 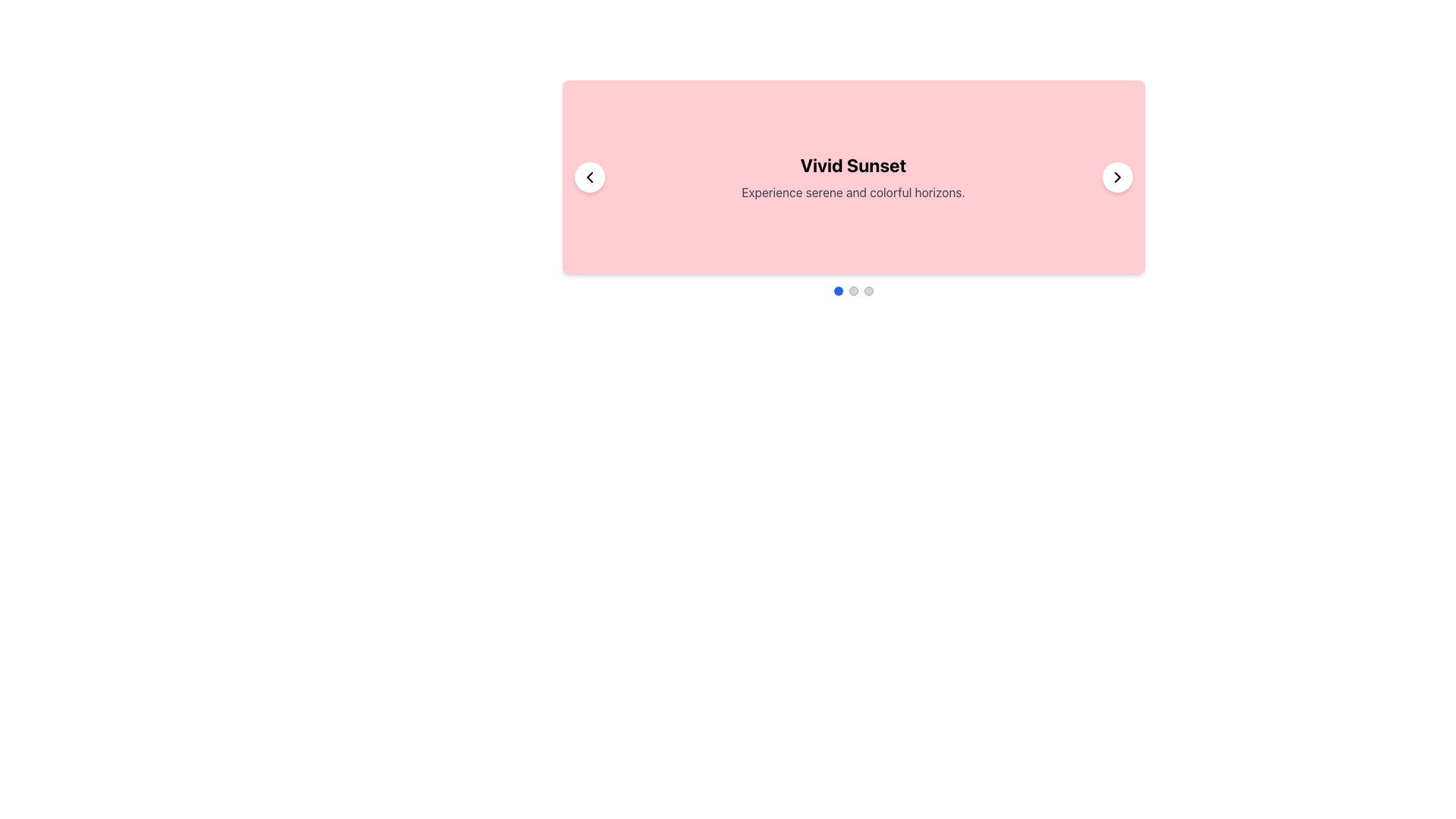 What do you see at coordinates (853, 192) in the screenshot?
I see `the text label that reads 'Experience serene and colorful horizons.' styled in gray color below the heading 'Vivid Sunset'` at bounding box center [853, 192].